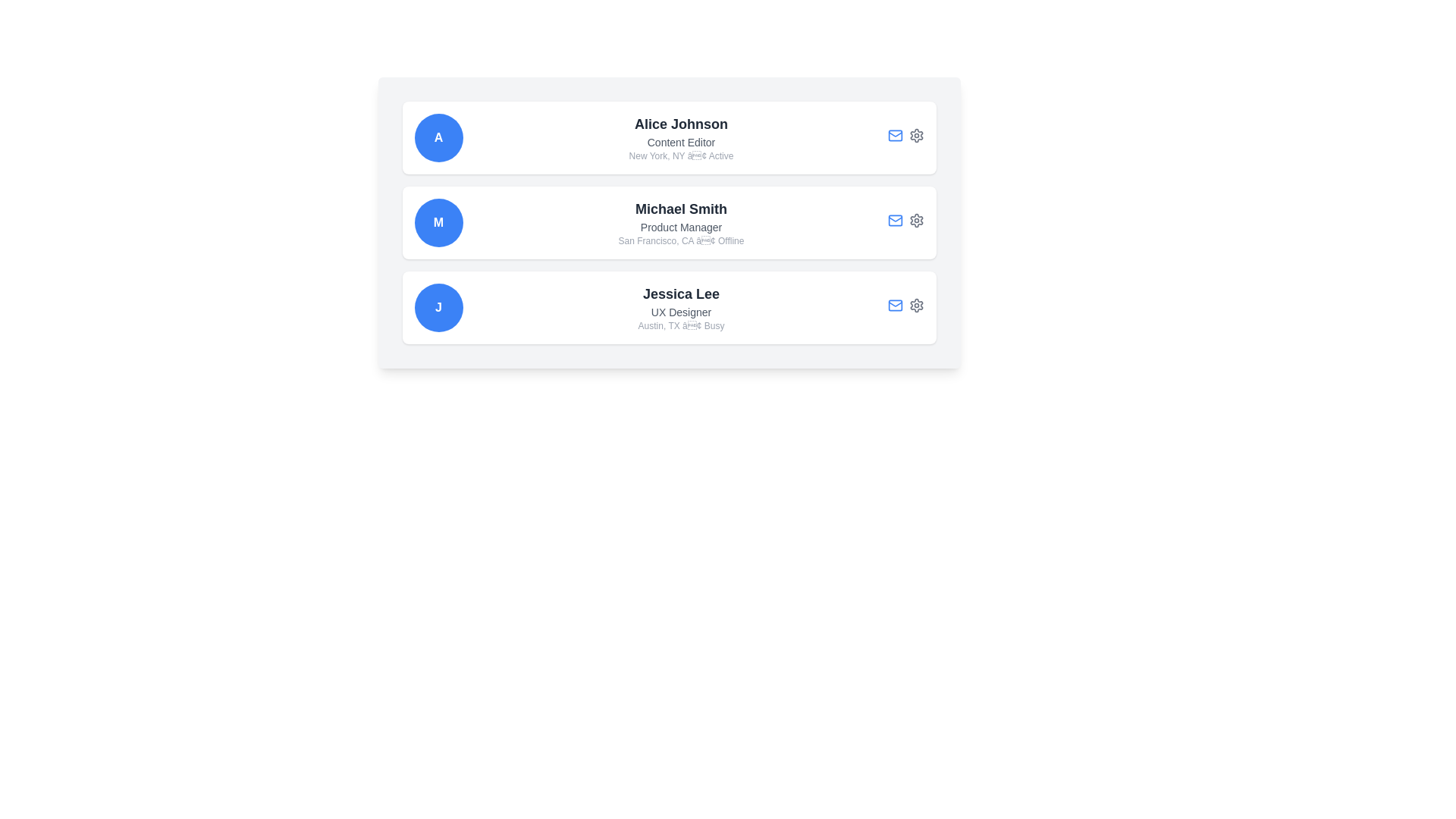 This screenshot has height=819, width=1456. What do you see at coordinates (895, 305) in the screenshot?
I see `the rectangular shape that forms part of the mail icon, which is located on the right side of the user information row in a list-style interface` at bounding box center [895, 305].